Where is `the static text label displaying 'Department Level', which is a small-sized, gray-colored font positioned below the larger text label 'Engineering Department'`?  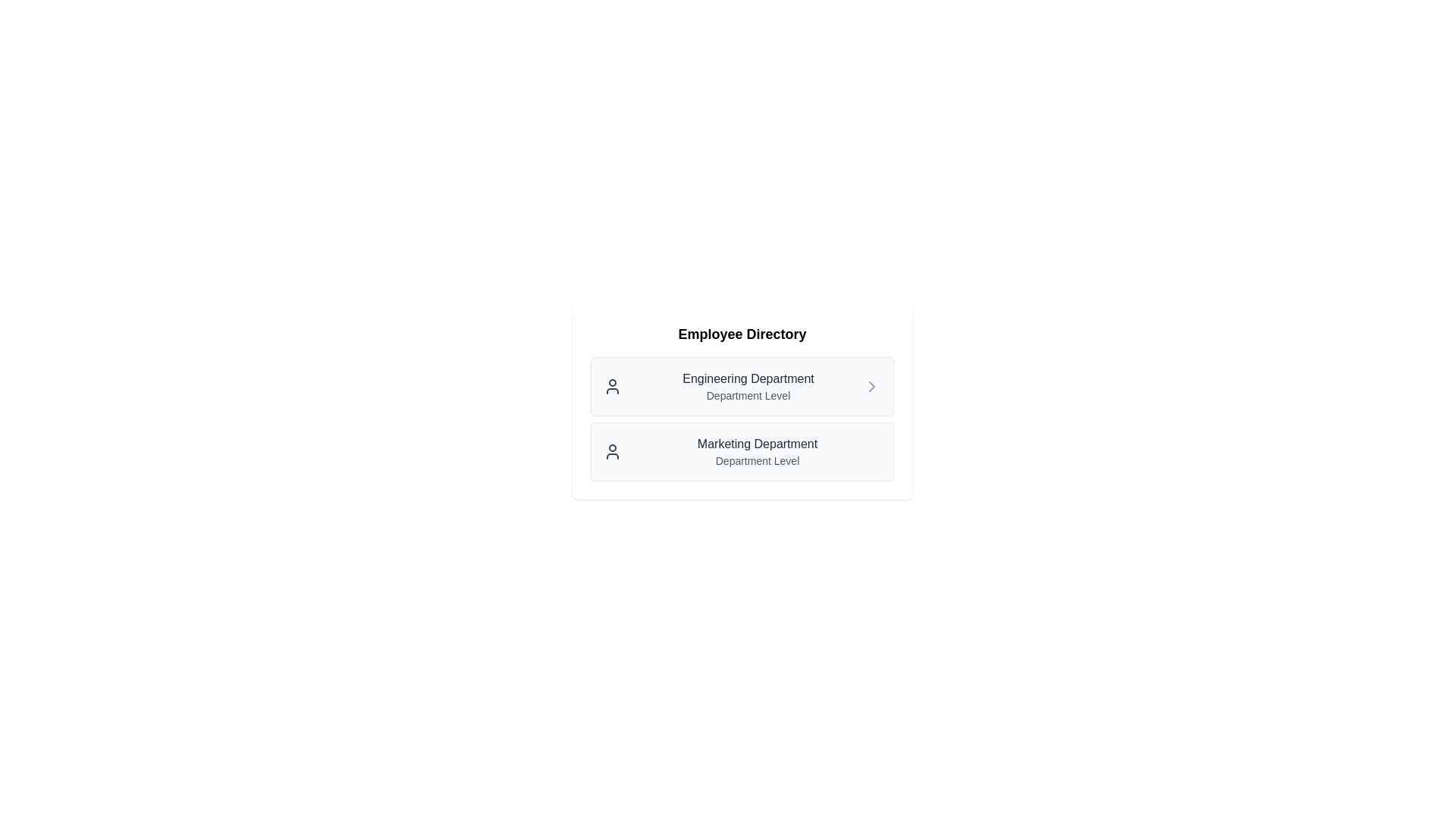
the static text label displaying 'Department Level', which is a small-sized, gray-colored font positioned below the larger text label 'Engineering Department' is located at coordinates (748, 394).